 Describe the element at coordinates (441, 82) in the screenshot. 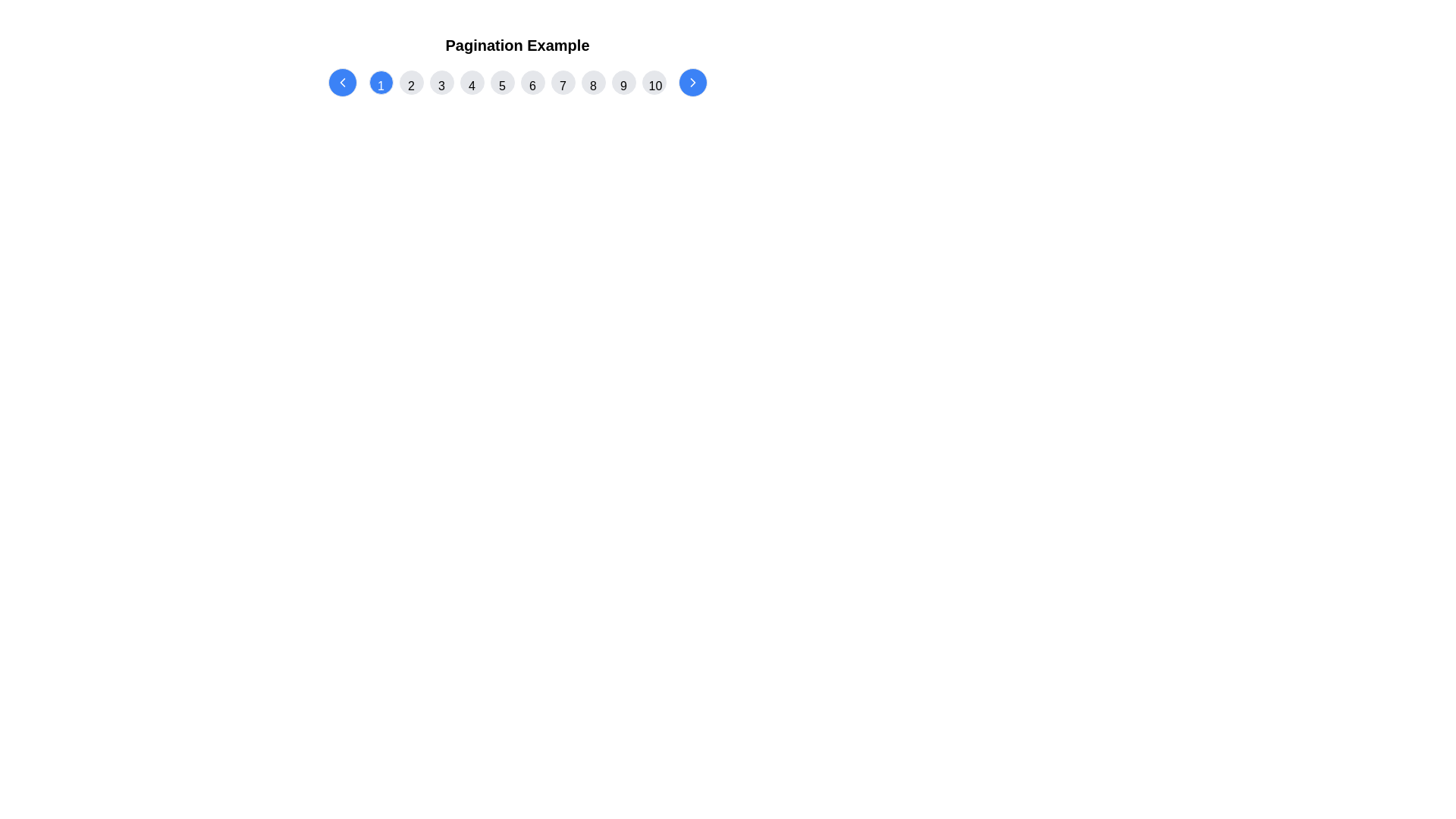

I see `the circular button labeled '3' with a gray background, located centrally among pagination buttons, to change its background color` at that location.